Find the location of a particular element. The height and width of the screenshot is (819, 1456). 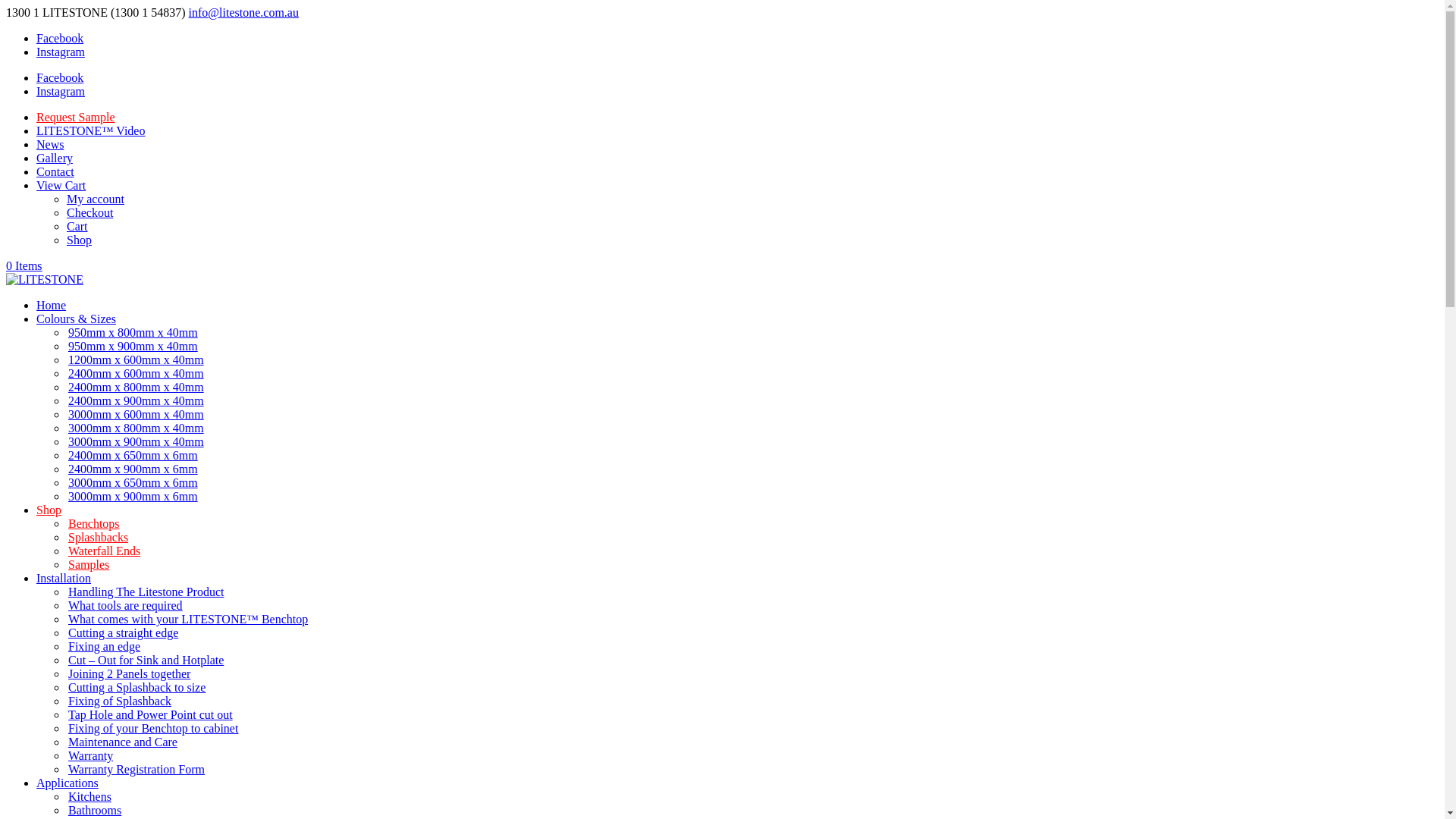

'2400mm x 900mm x 6mm' is located at coordinates (133, 468).